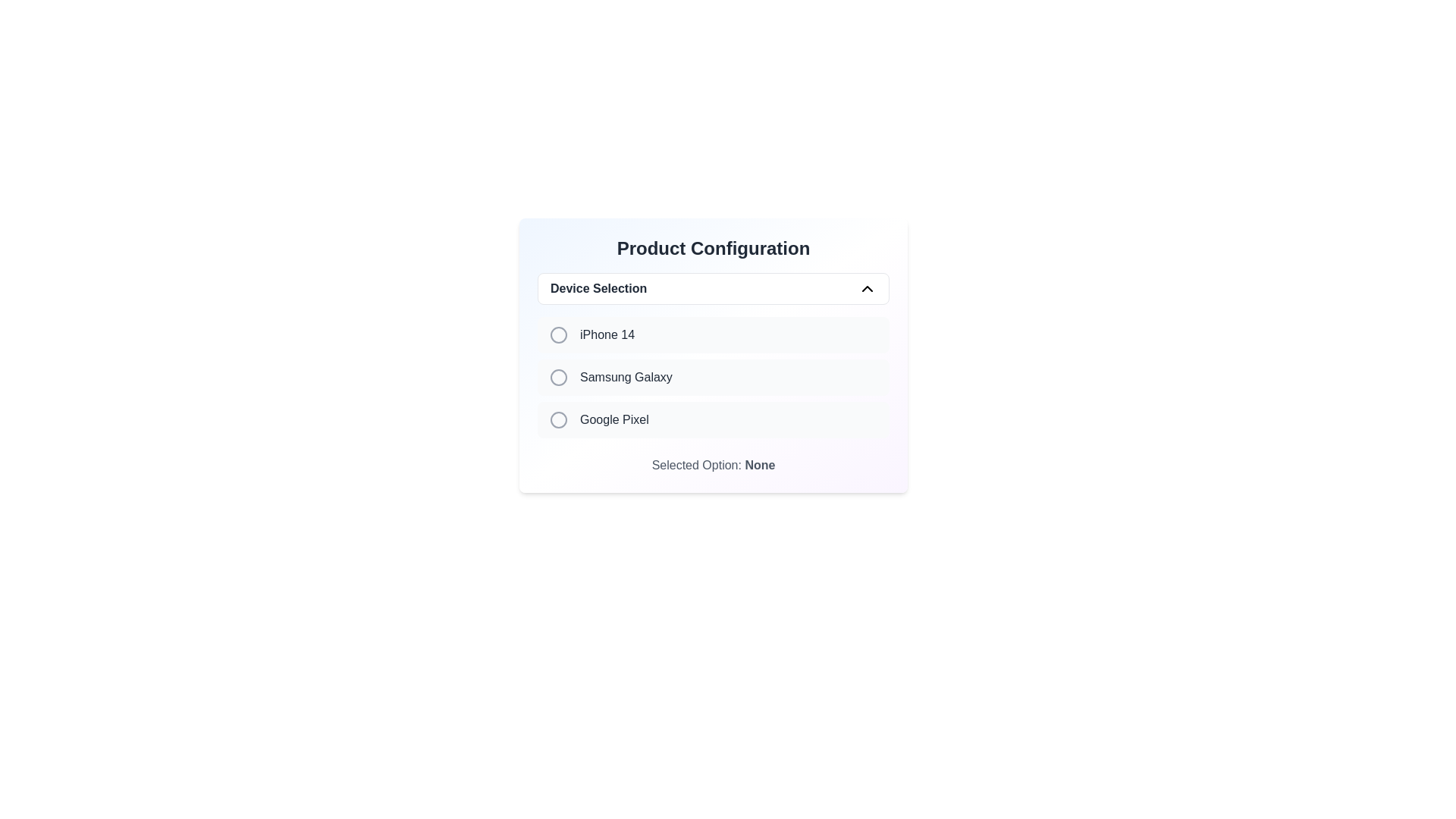  I want to click on the upward-pointing chevron icon located on the right side of the 'Device Selection' button, so click(867, 289).